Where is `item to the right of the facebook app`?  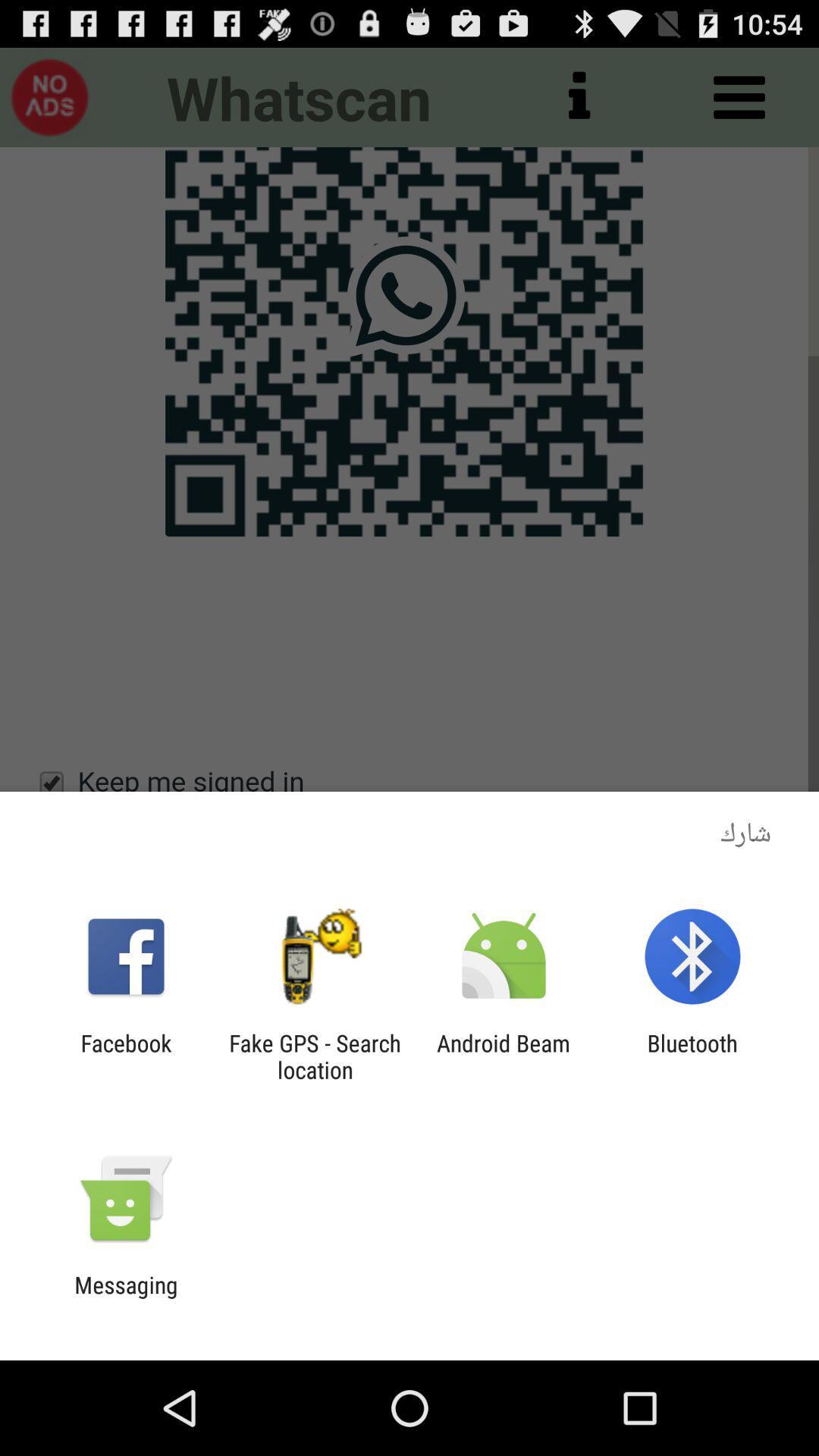 item to the right of the facebook app is located at coordinates (314, 1056).